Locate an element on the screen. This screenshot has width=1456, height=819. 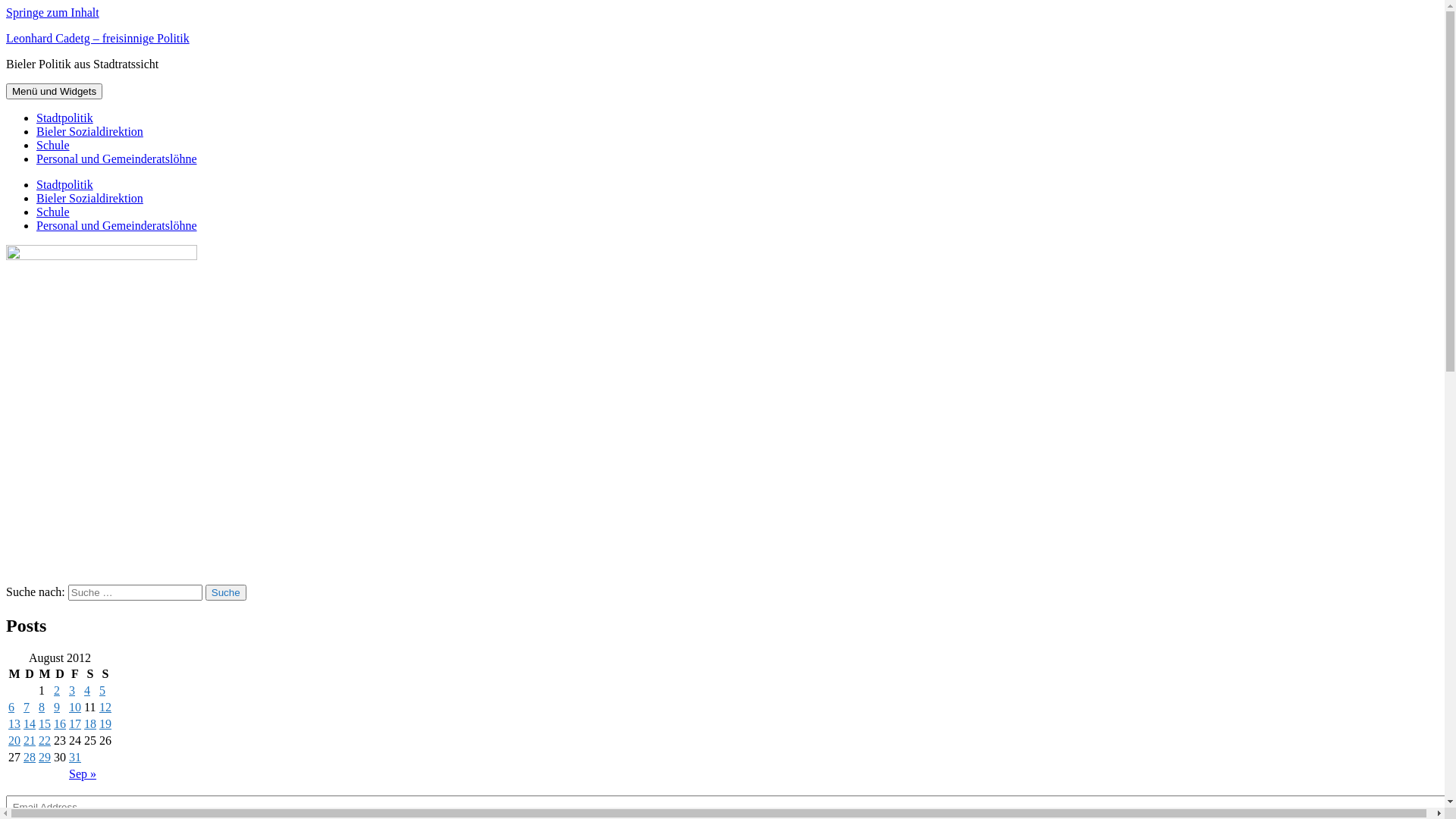
'18' is located at coordinates (89, 723).